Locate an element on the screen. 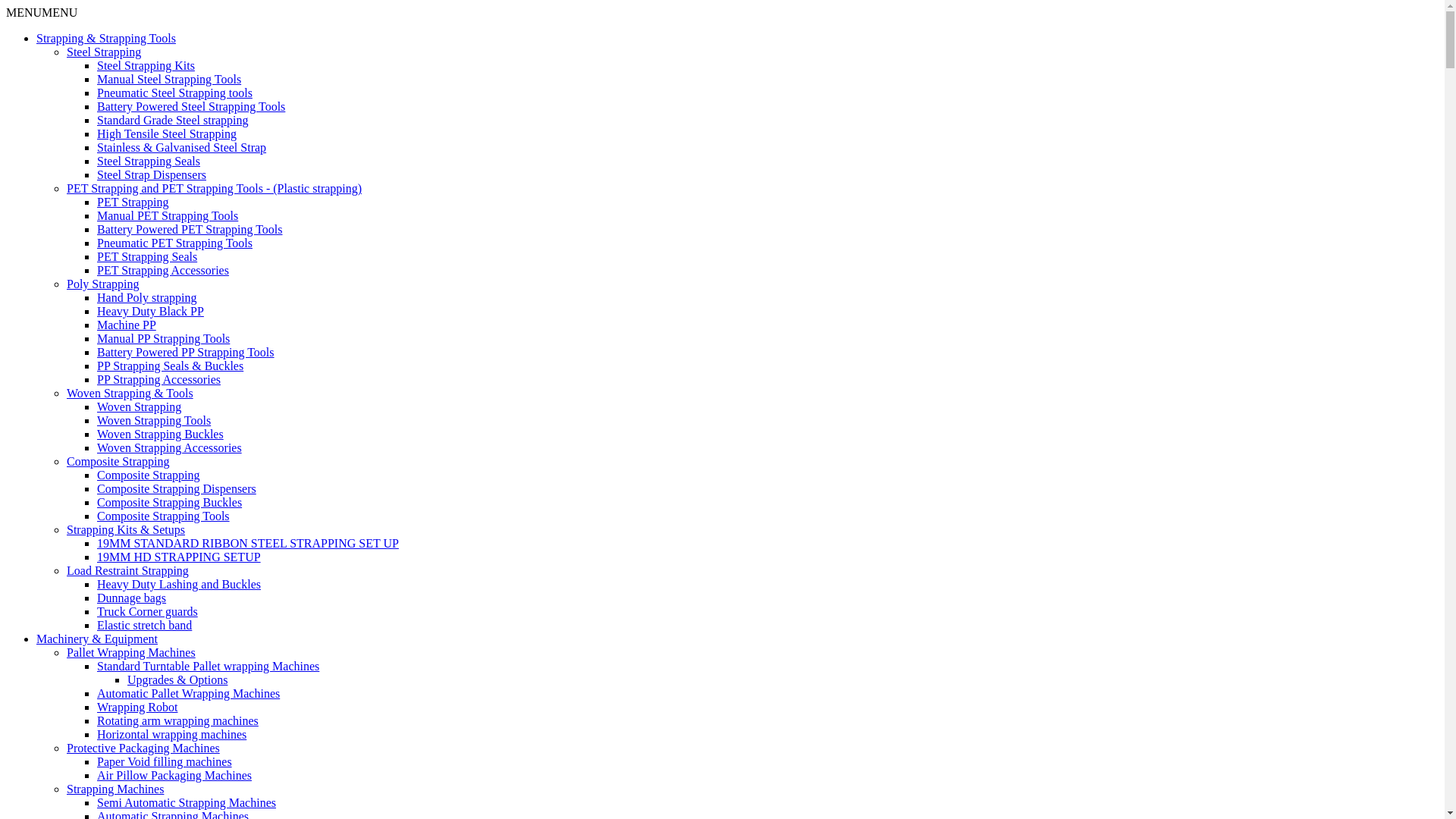 The width and height of the screenshot is (1456, 819). 'Elastic stretch band' is located at coordinates (144, 625).